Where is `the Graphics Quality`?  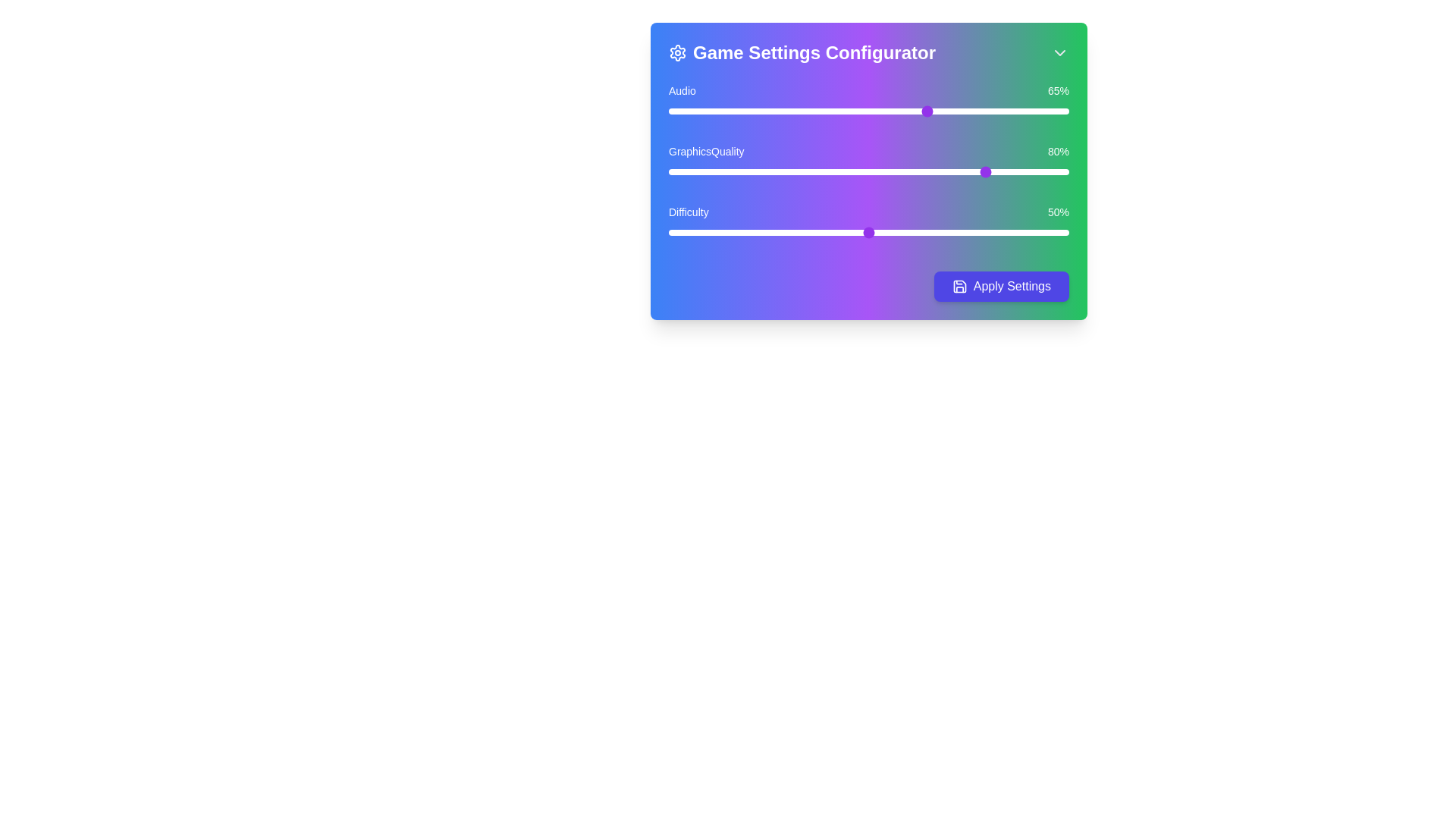 the Graphics Quality is located at coordinates (1064, 171).